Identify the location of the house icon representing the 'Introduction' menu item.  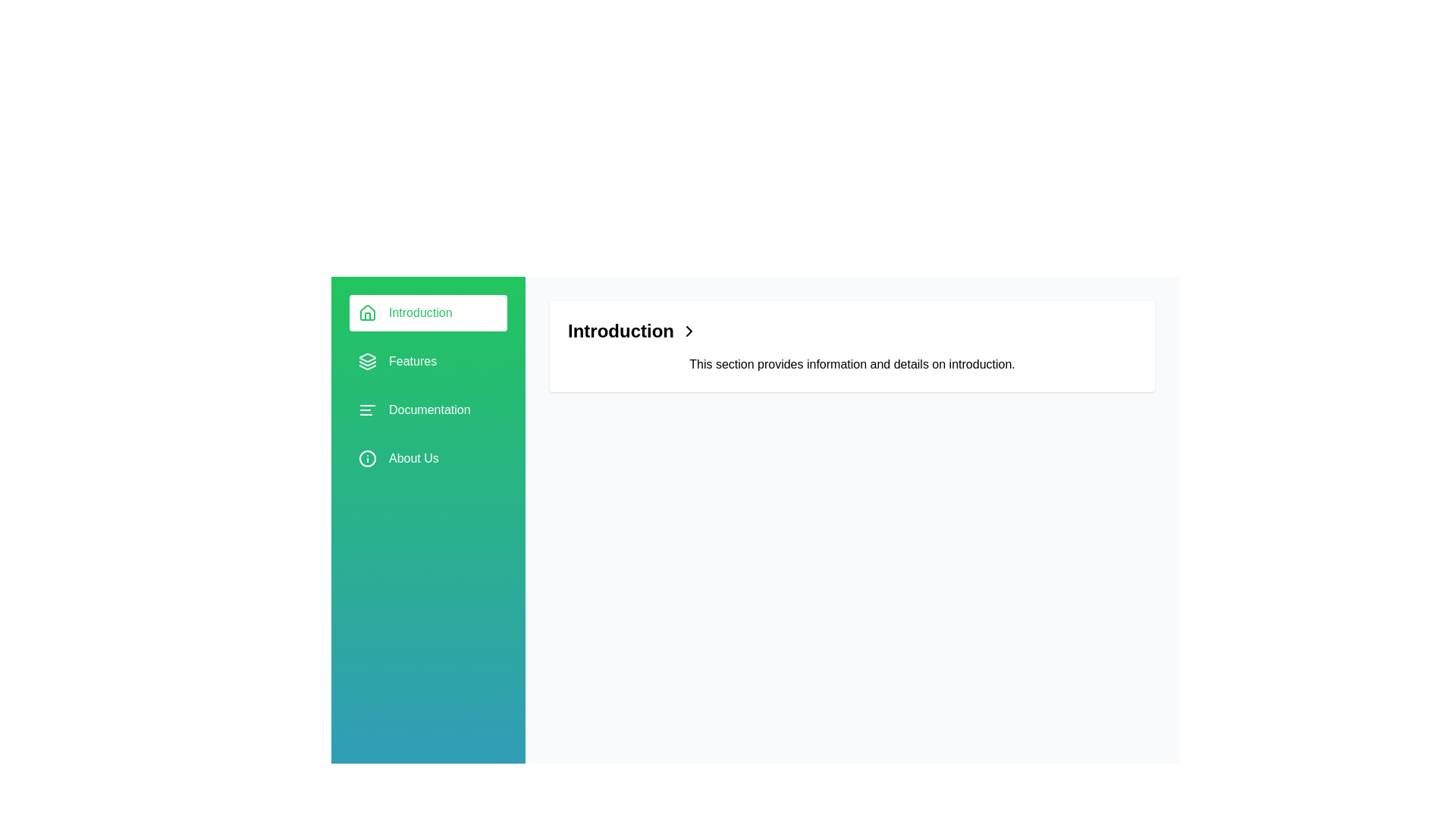
(367, 312).